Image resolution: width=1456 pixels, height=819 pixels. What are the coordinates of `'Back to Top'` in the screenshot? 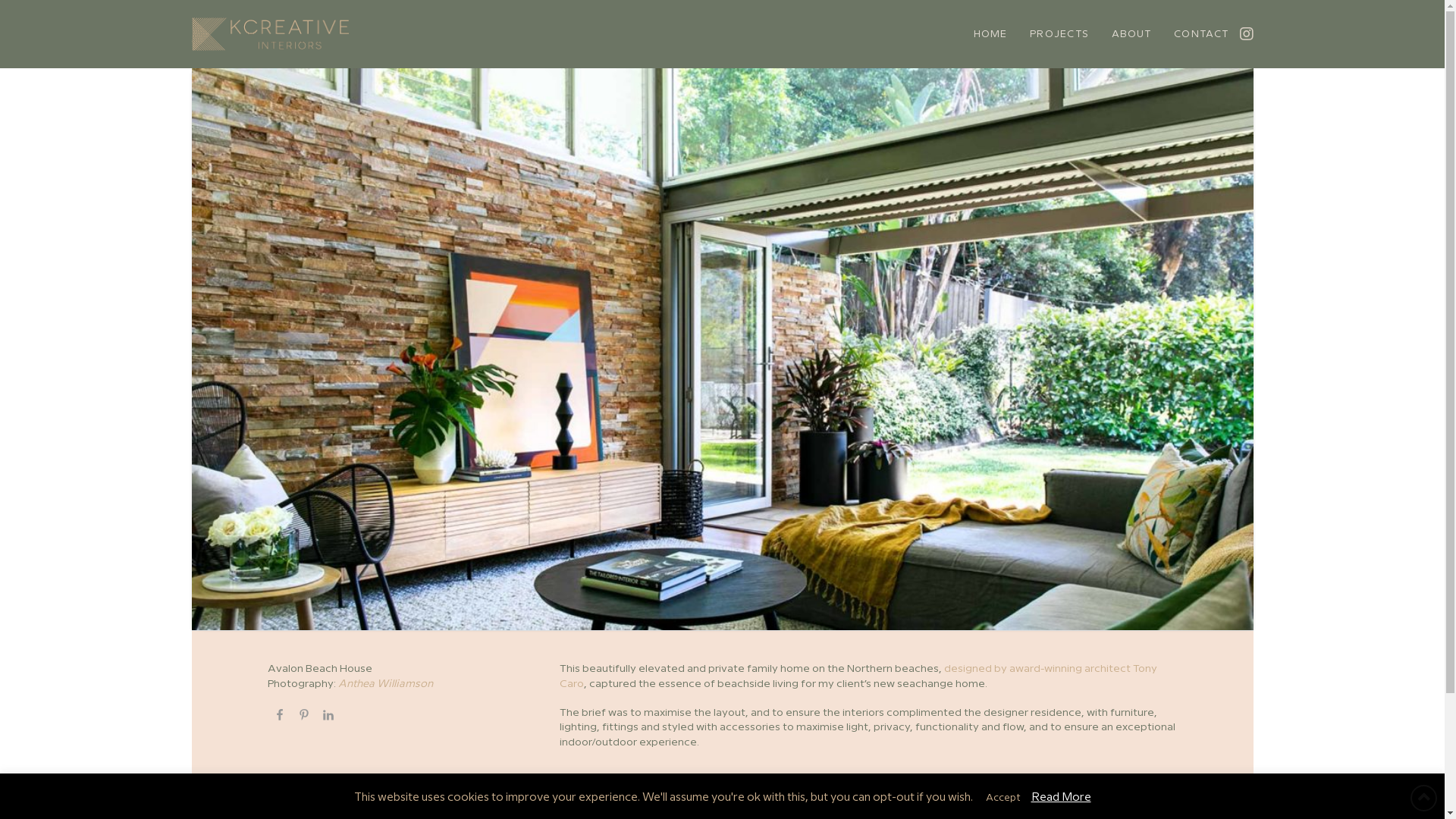 It's located at (1423, 797).